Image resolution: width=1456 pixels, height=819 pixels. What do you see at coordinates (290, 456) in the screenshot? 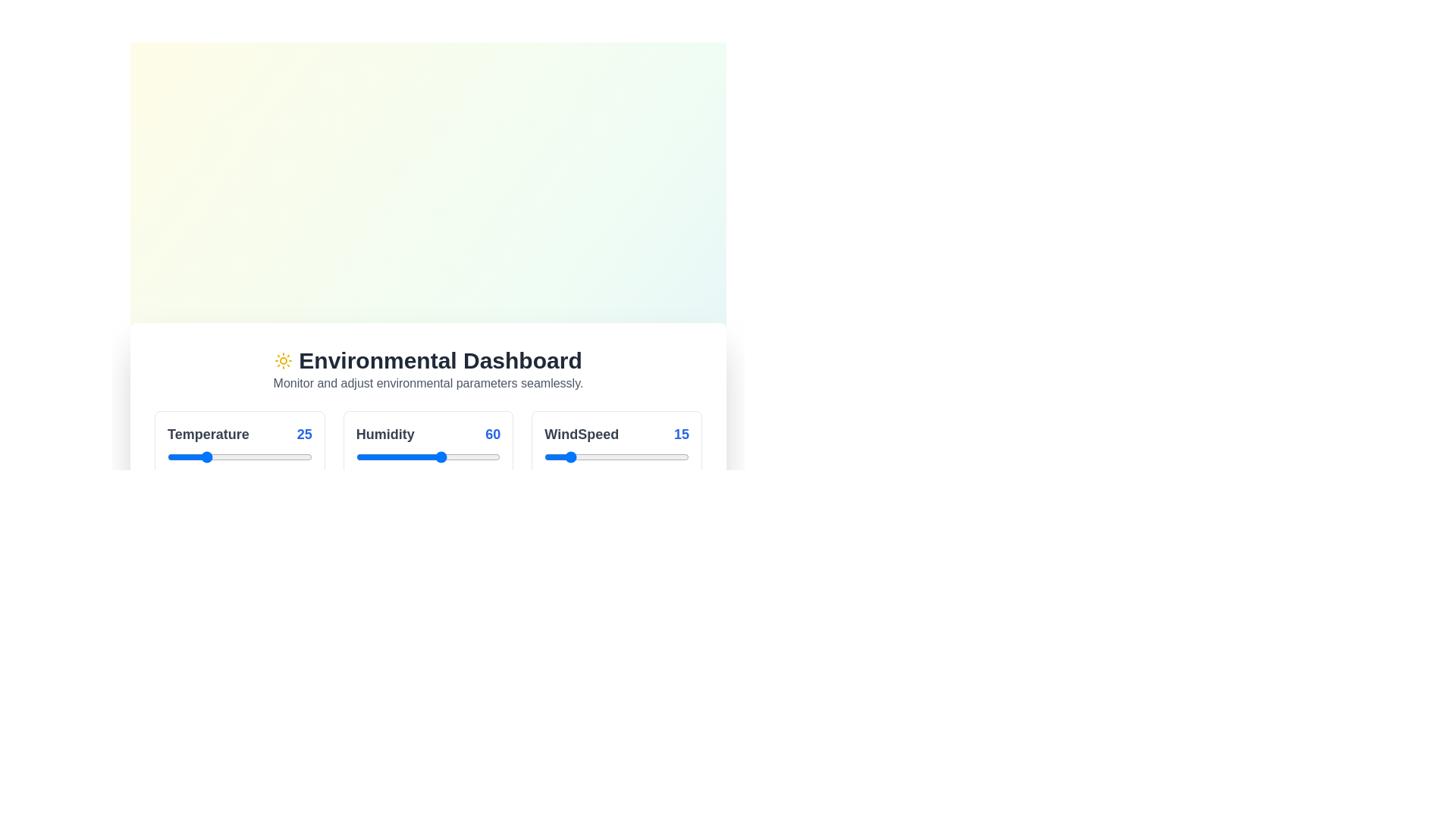
I see `the temperature` at bounding box center [290, 456].